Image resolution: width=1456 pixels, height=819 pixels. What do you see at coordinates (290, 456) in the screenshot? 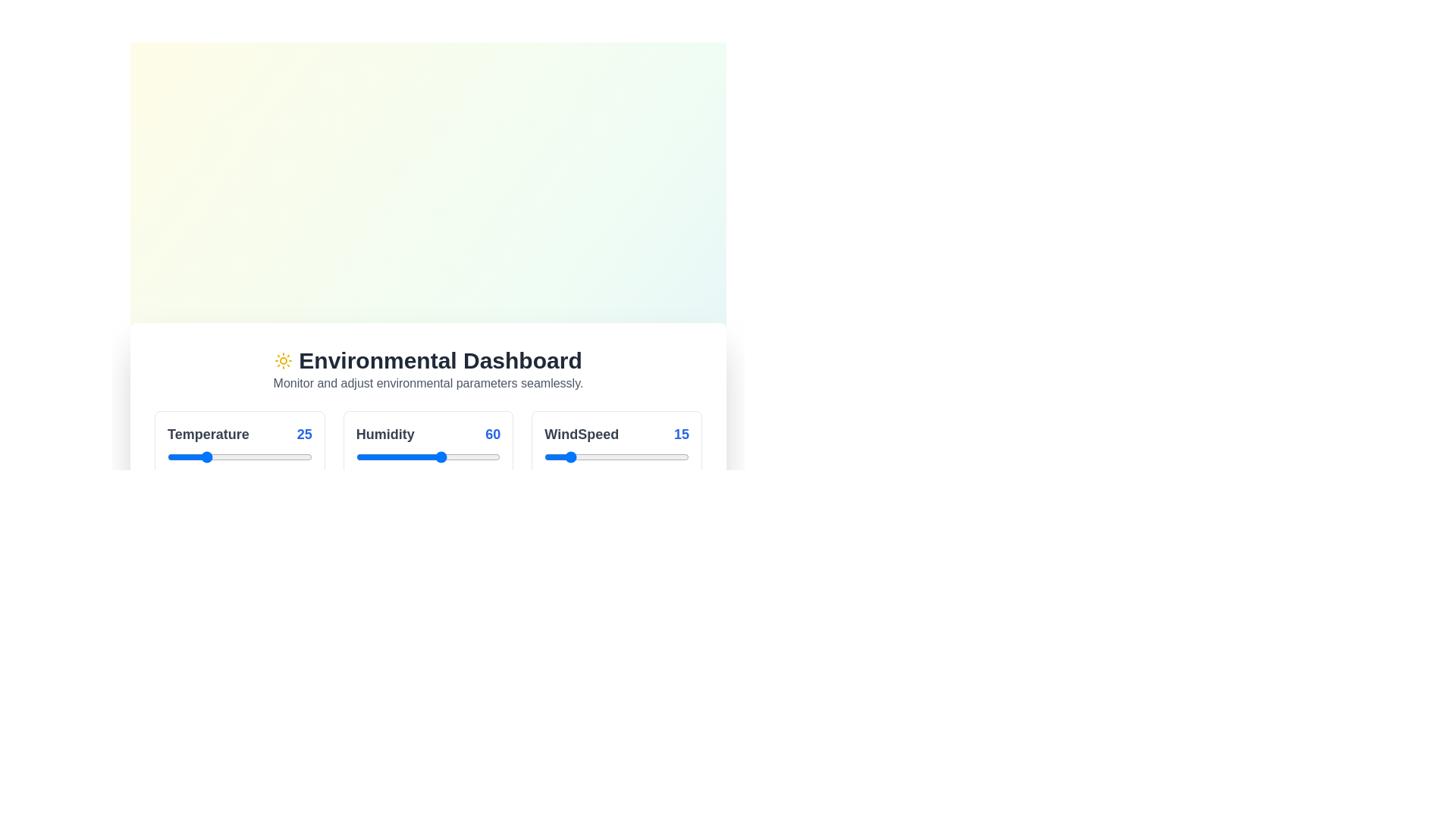
I see `the temperature` at bounding box center [290, 456].